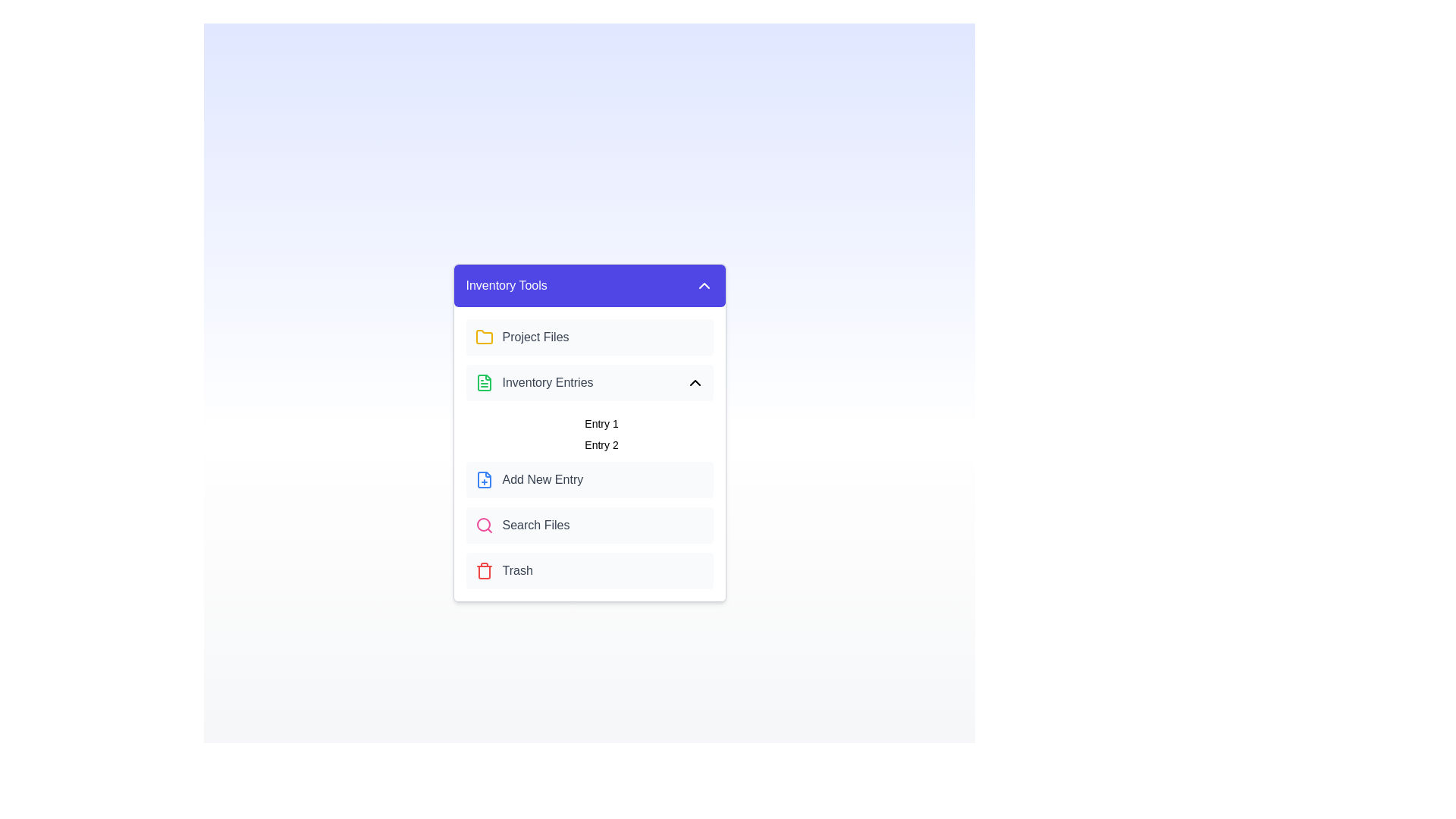  What do you see at coordinates (483, 382) in the screenshot?
I see `the document icon` at bounding box center [483, 382].